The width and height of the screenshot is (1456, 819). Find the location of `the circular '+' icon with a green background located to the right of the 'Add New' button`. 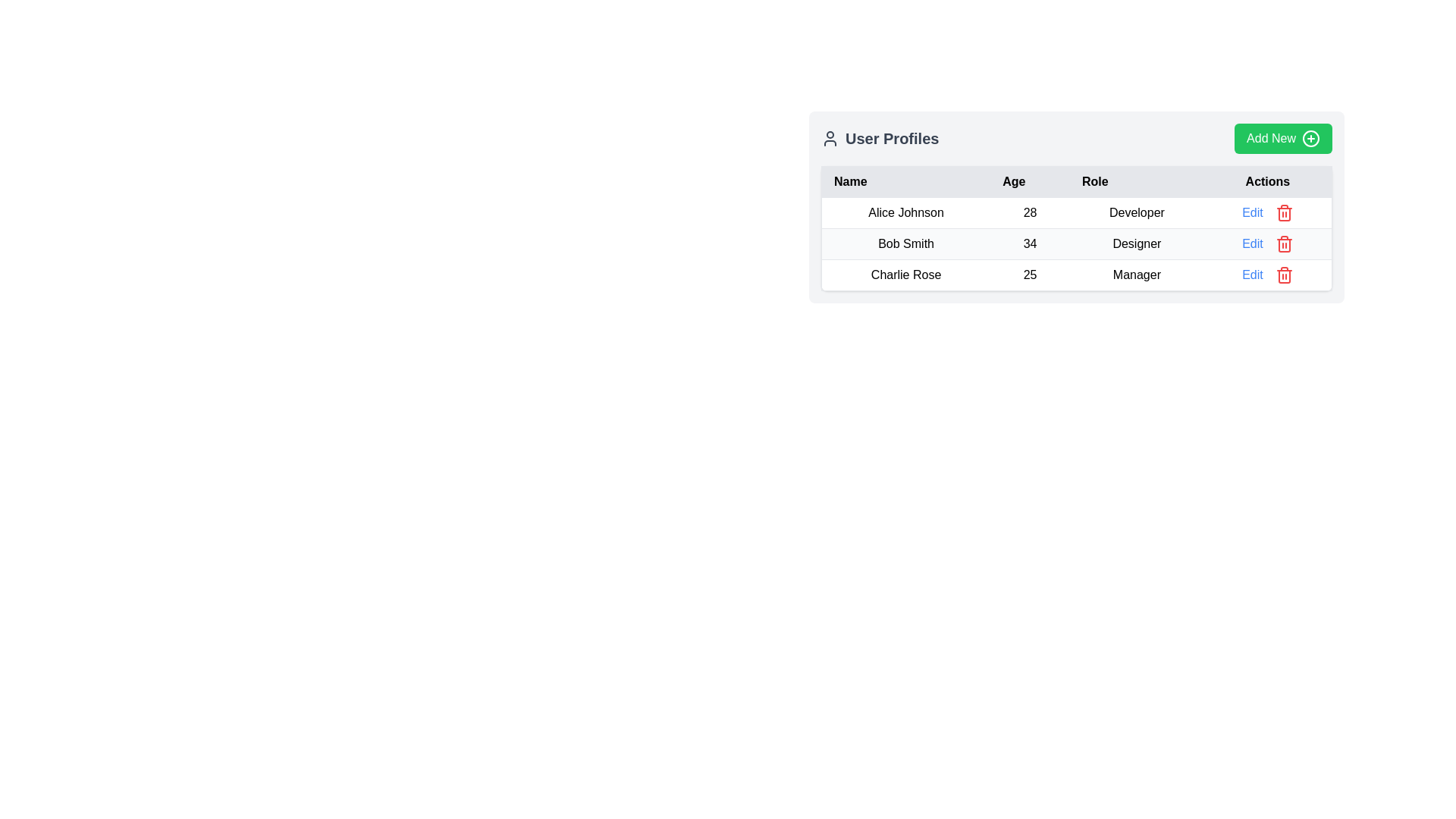

the circular '+' icon with a green background located to the right of the 'Add New' button is located at coordinates (1310, 138).